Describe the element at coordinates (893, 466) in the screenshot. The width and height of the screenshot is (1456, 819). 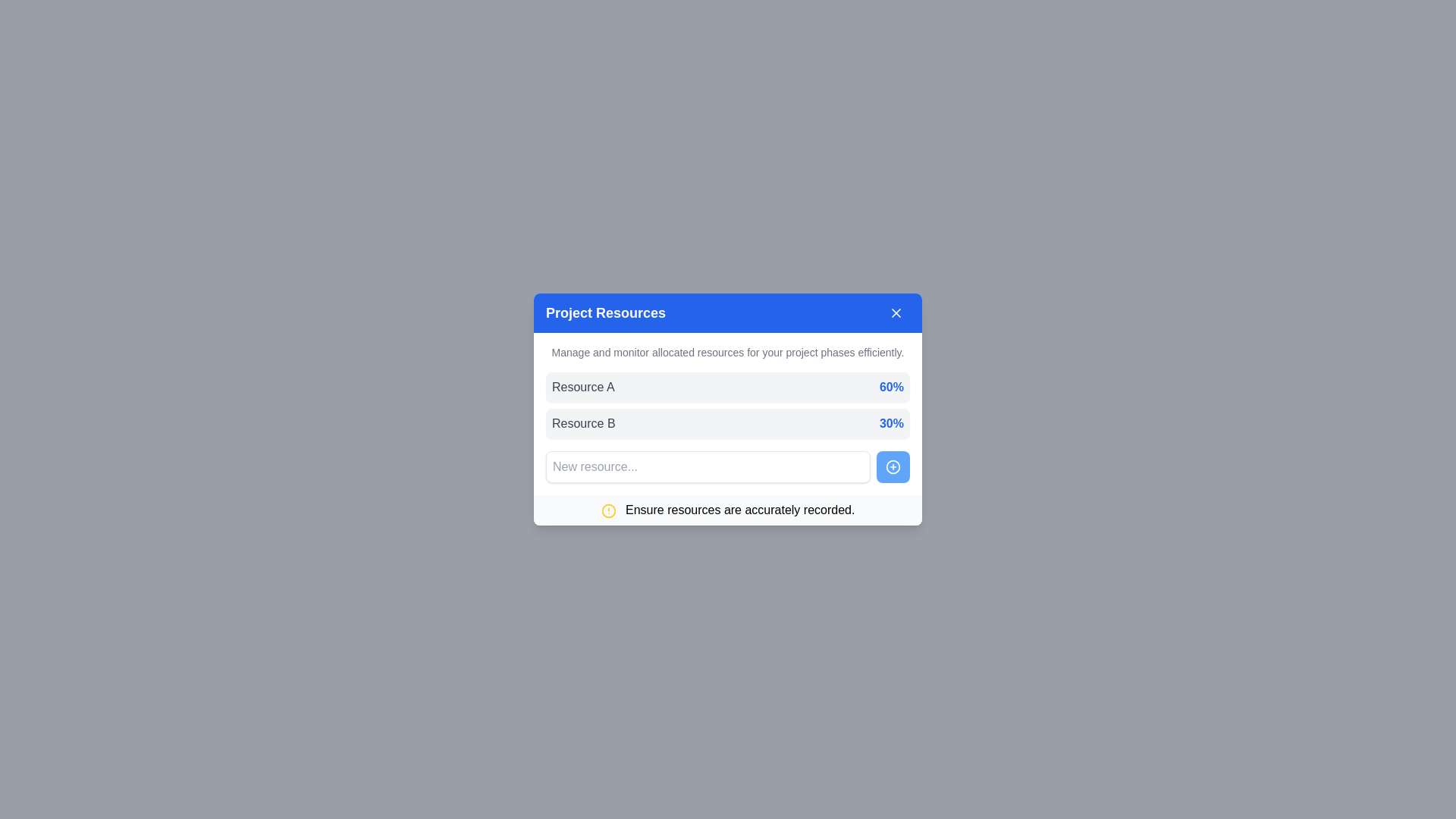
I see `the circular icon button with a blue outline located at the bottom-right corner of the modal box` at that location.